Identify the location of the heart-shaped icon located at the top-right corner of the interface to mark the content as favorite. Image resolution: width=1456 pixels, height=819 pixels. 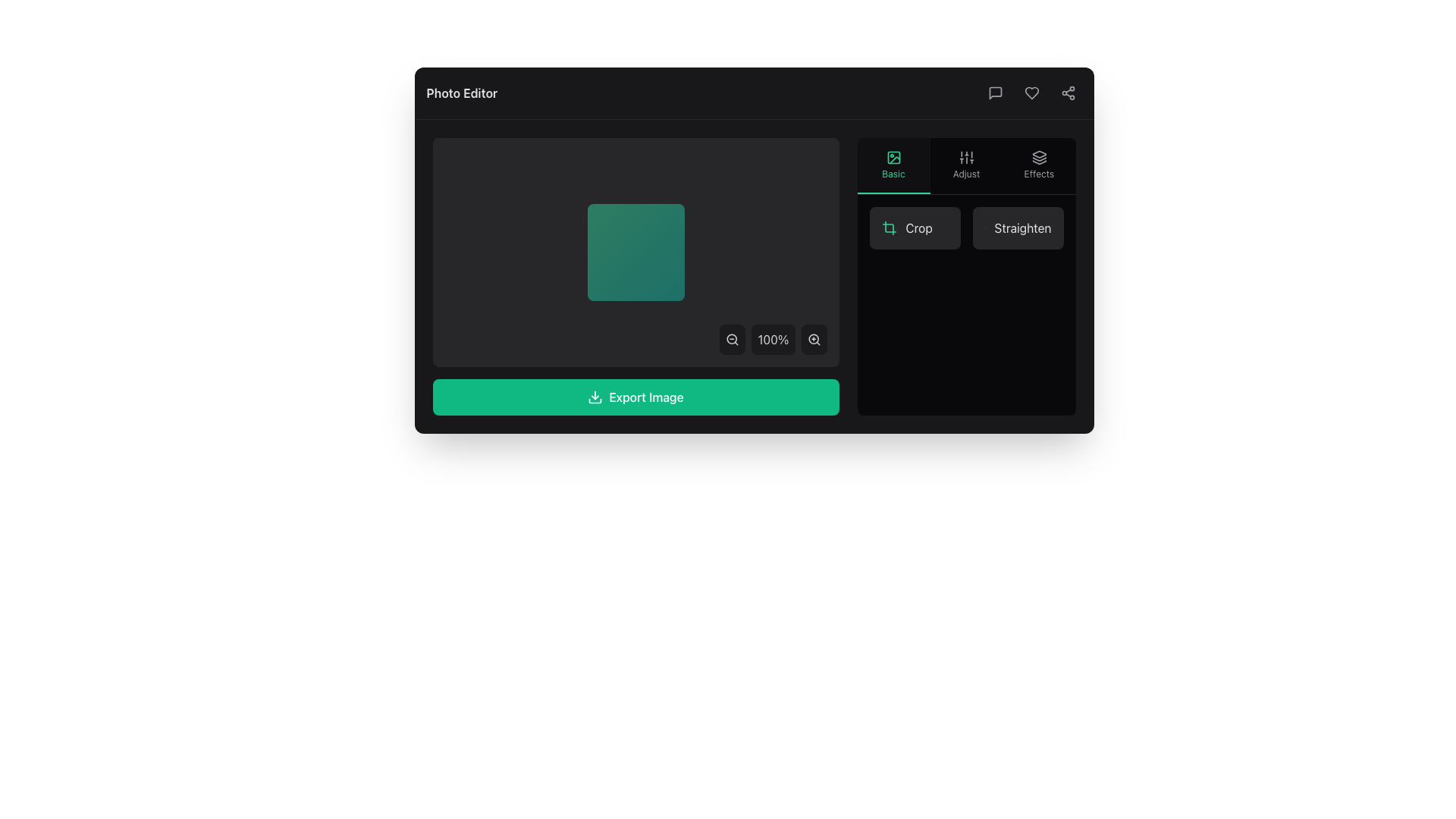
(1031, 93).